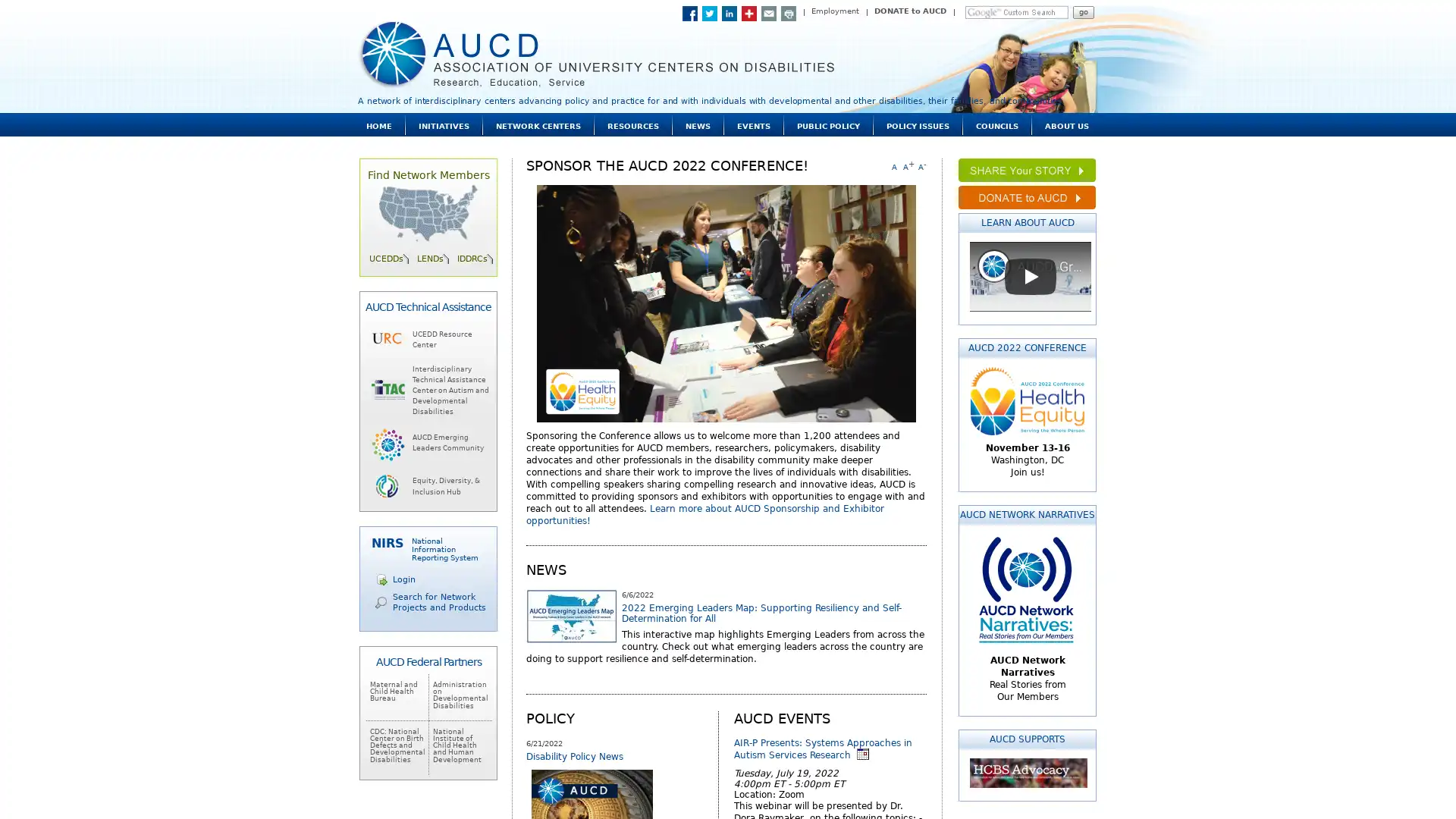  Describe the element at coordinates (1083, 12) in the screenshot. I see `go` at that location.